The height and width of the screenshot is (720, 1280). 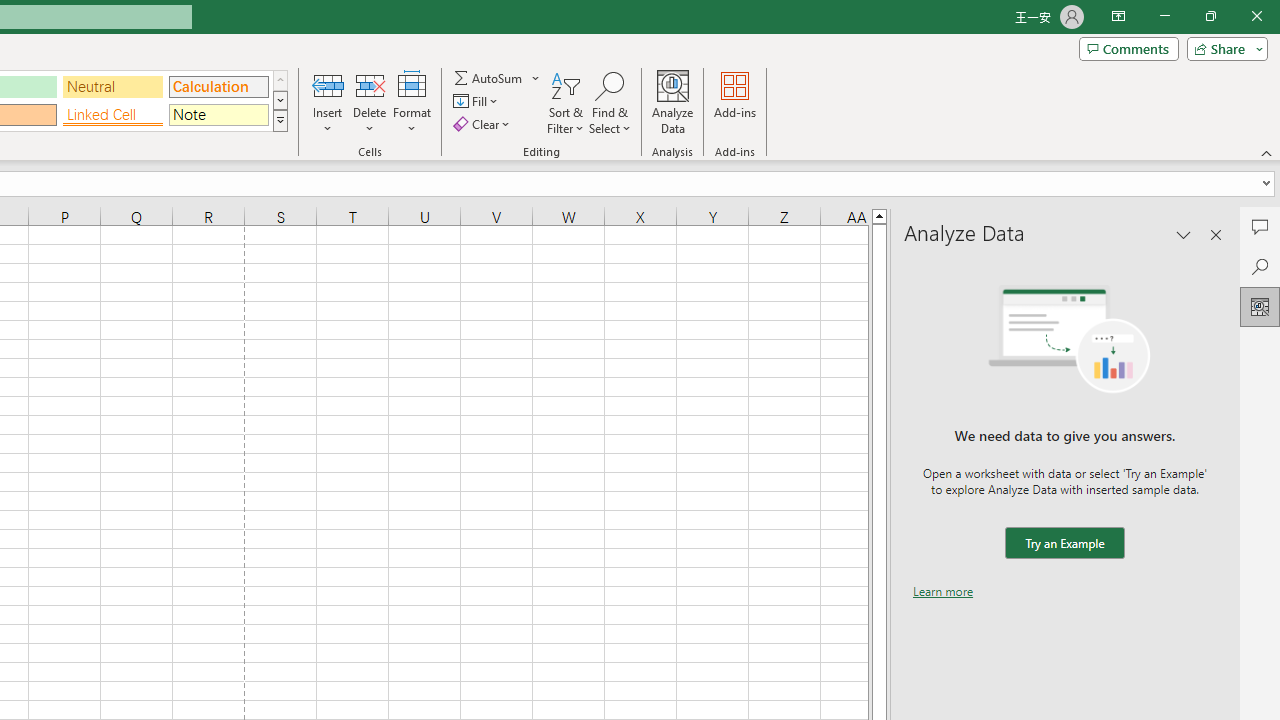 What do you see at coordinates (279, 120) in the screenshot?
I see `'Class: NetUIImage'` at bounding box center [279, 120].